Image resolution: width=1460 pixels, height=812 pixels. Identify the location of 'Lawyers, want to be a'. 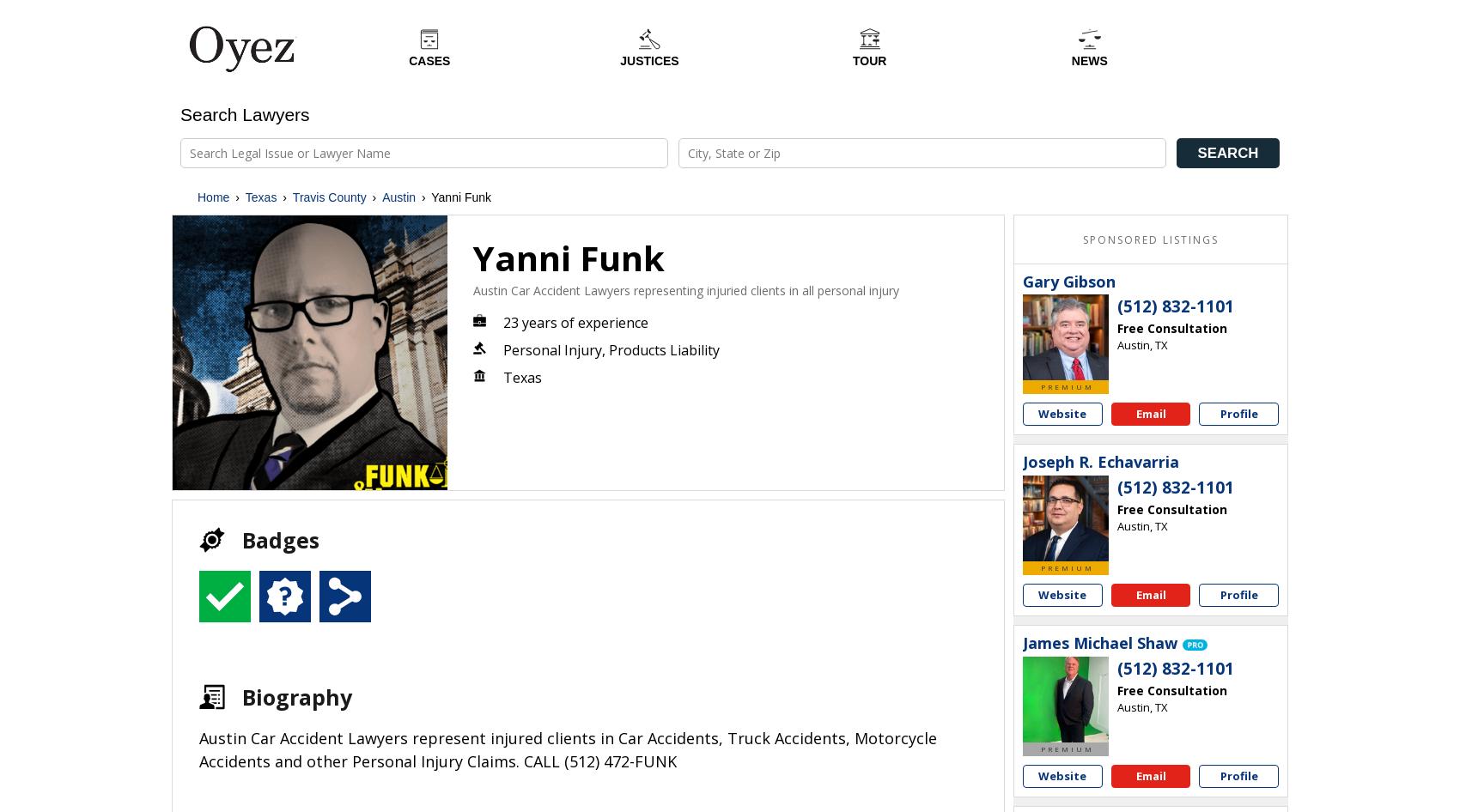
(1050, 670).